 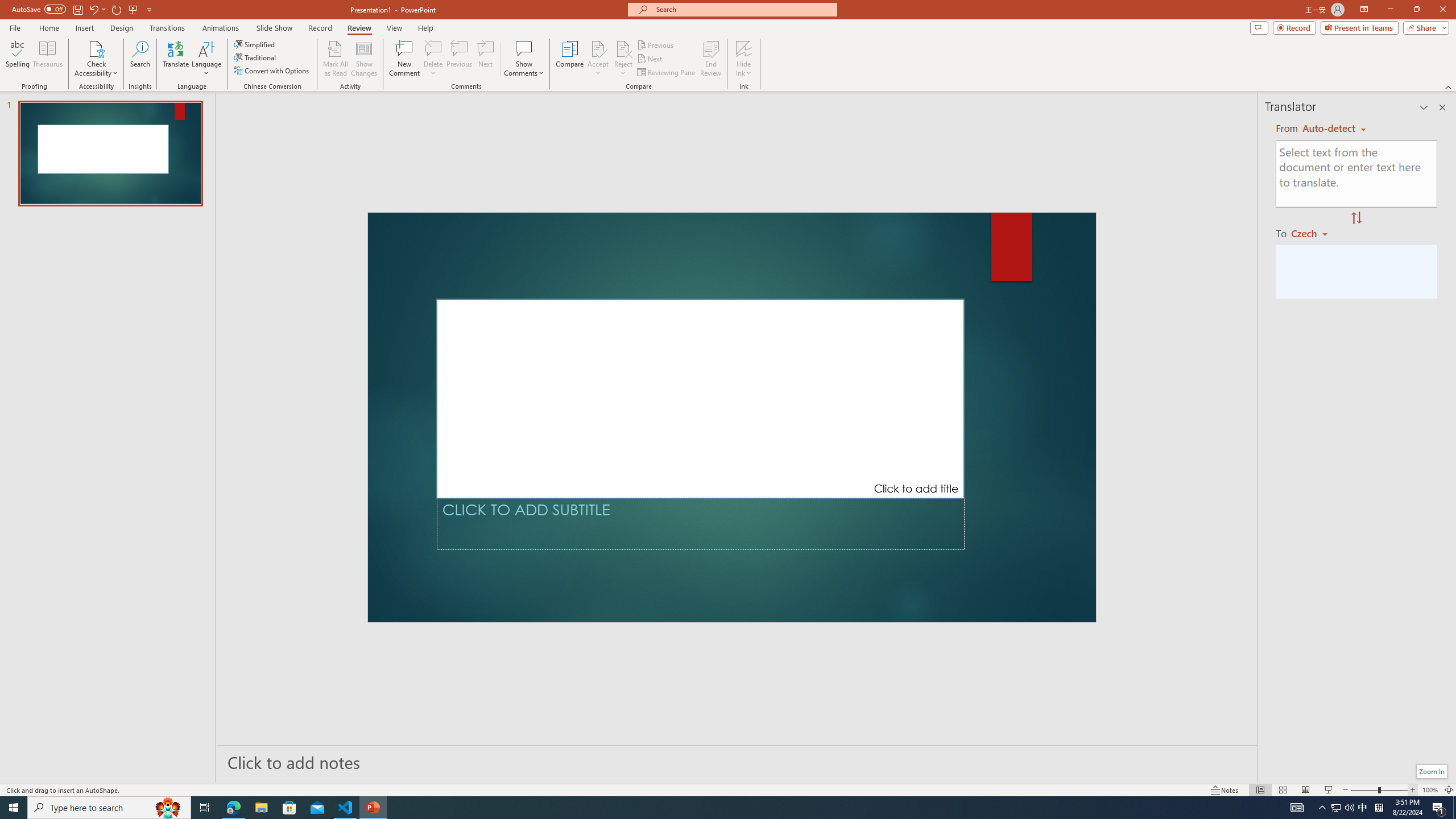 I want to click on 'Present in Teams', so click(x=1359, y=27).